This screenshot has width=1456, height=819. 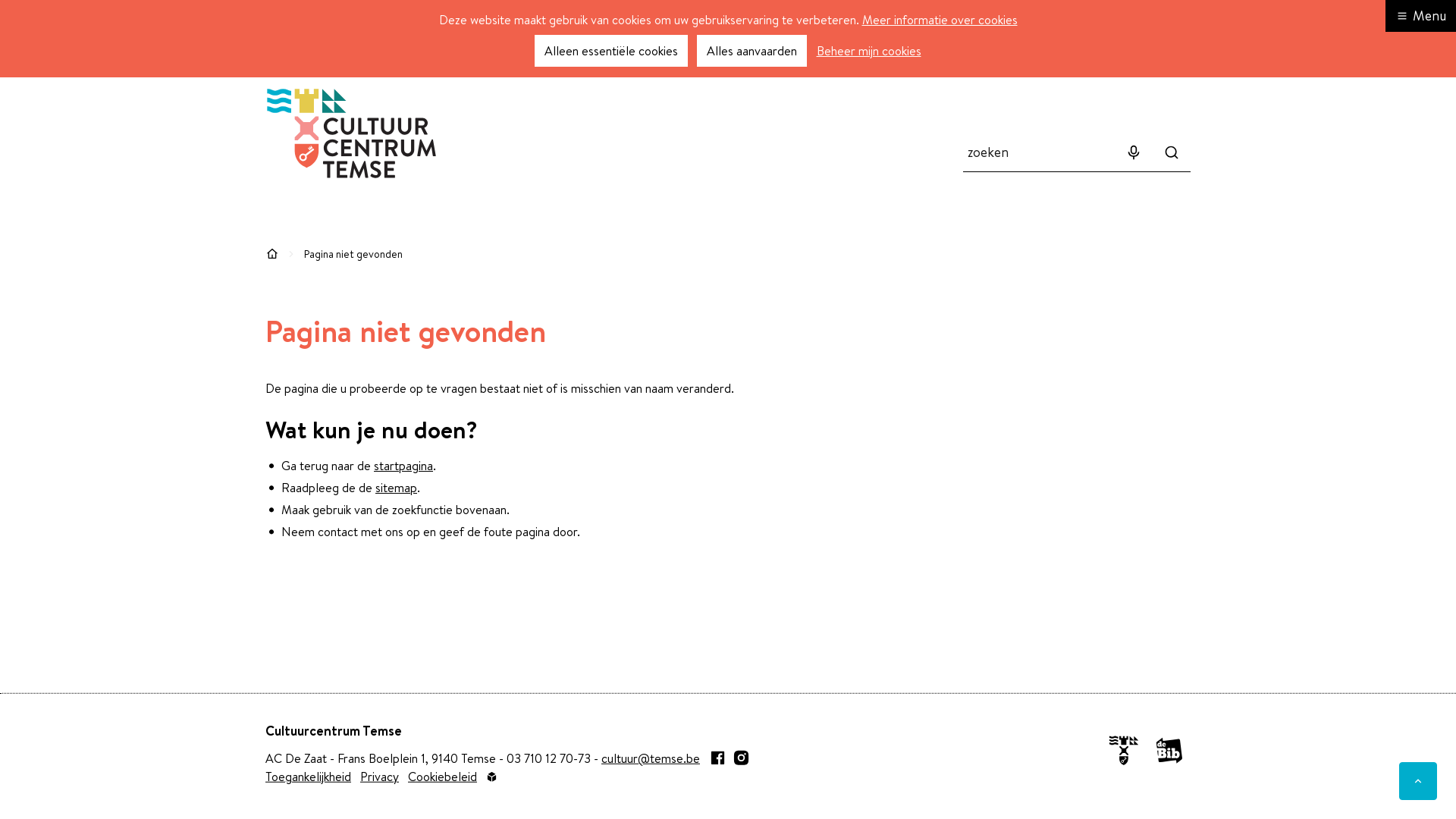 I want to click on 'startpagina', so click(x=403, y=464).